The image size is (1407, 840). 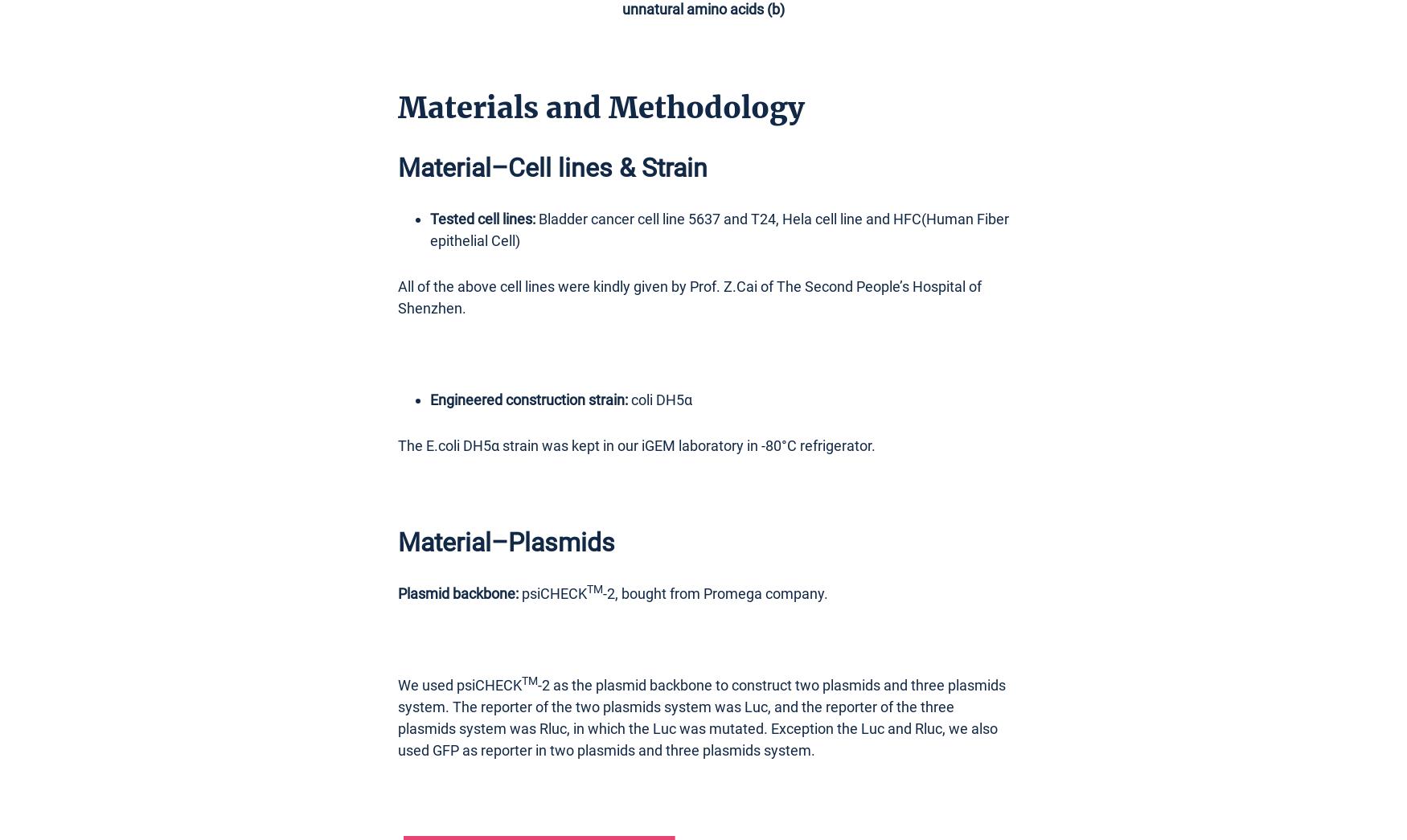 What do you see at coordinates (506, 542) in the screenshot?
I see `'Material–Plasmids'` at bounding box center [506, 542].